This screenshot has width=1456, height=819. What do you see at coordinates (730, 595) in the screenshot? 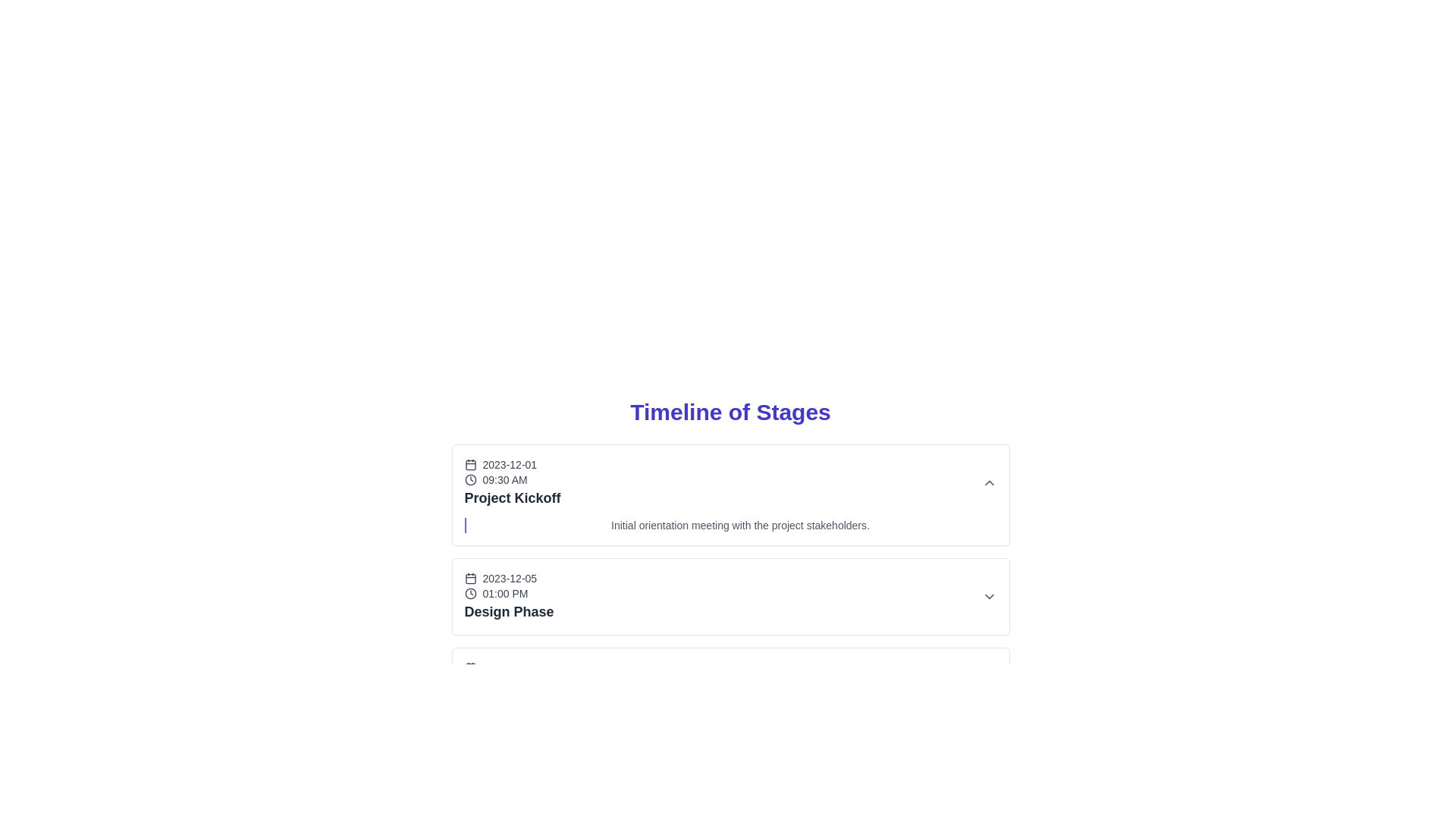
I see `information displayed in the second List Item of the Timeline, which includes the date '2023-12-05', time '01:00 PM', and title 'Design Phase'` at bounding box center [730, 595].